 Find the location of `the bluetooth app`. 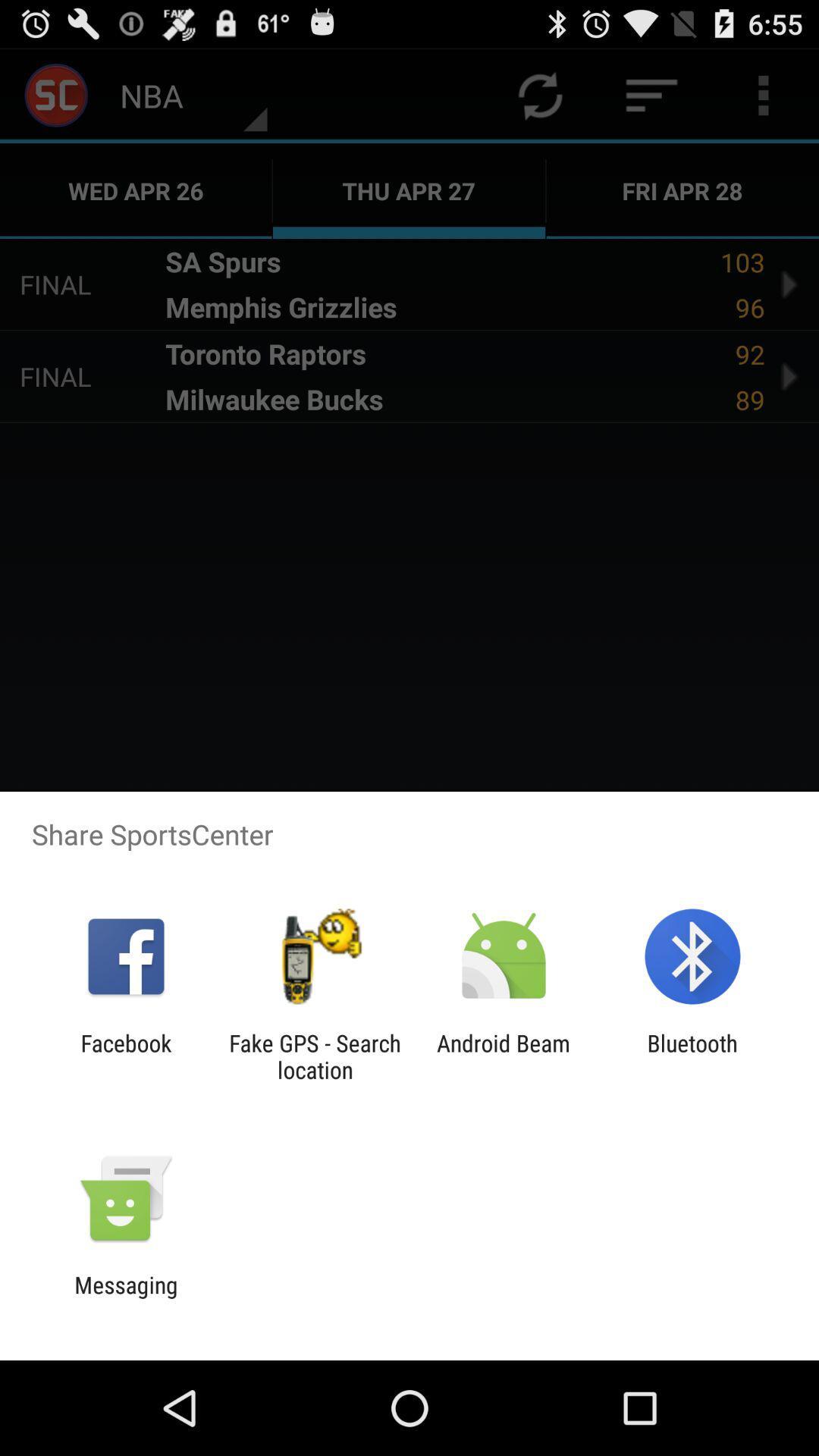

the bluetooth app is located at coordinates (692, 1056).